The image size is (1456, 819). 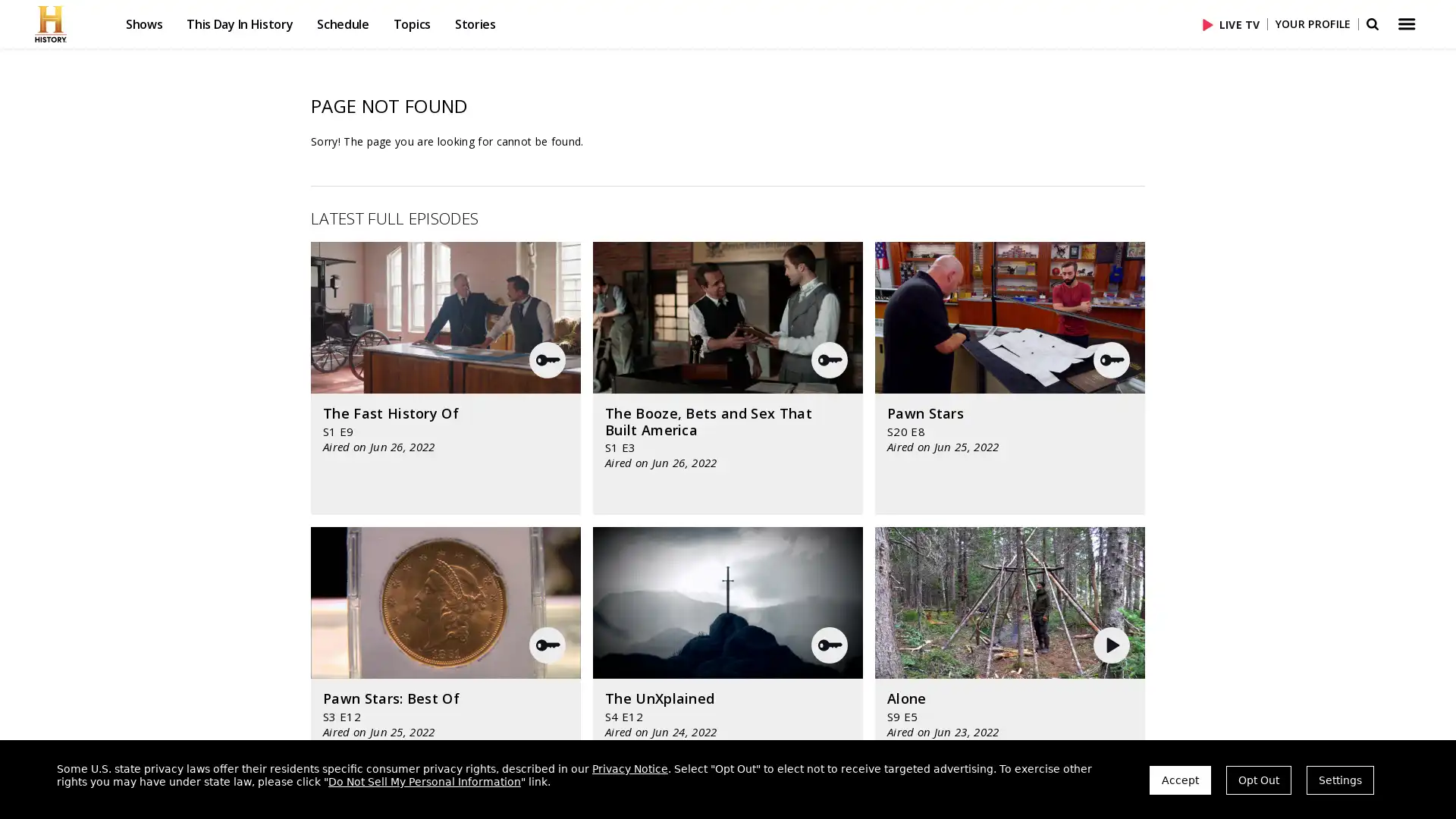 I want to click on Q, so click(x=546, y=359).